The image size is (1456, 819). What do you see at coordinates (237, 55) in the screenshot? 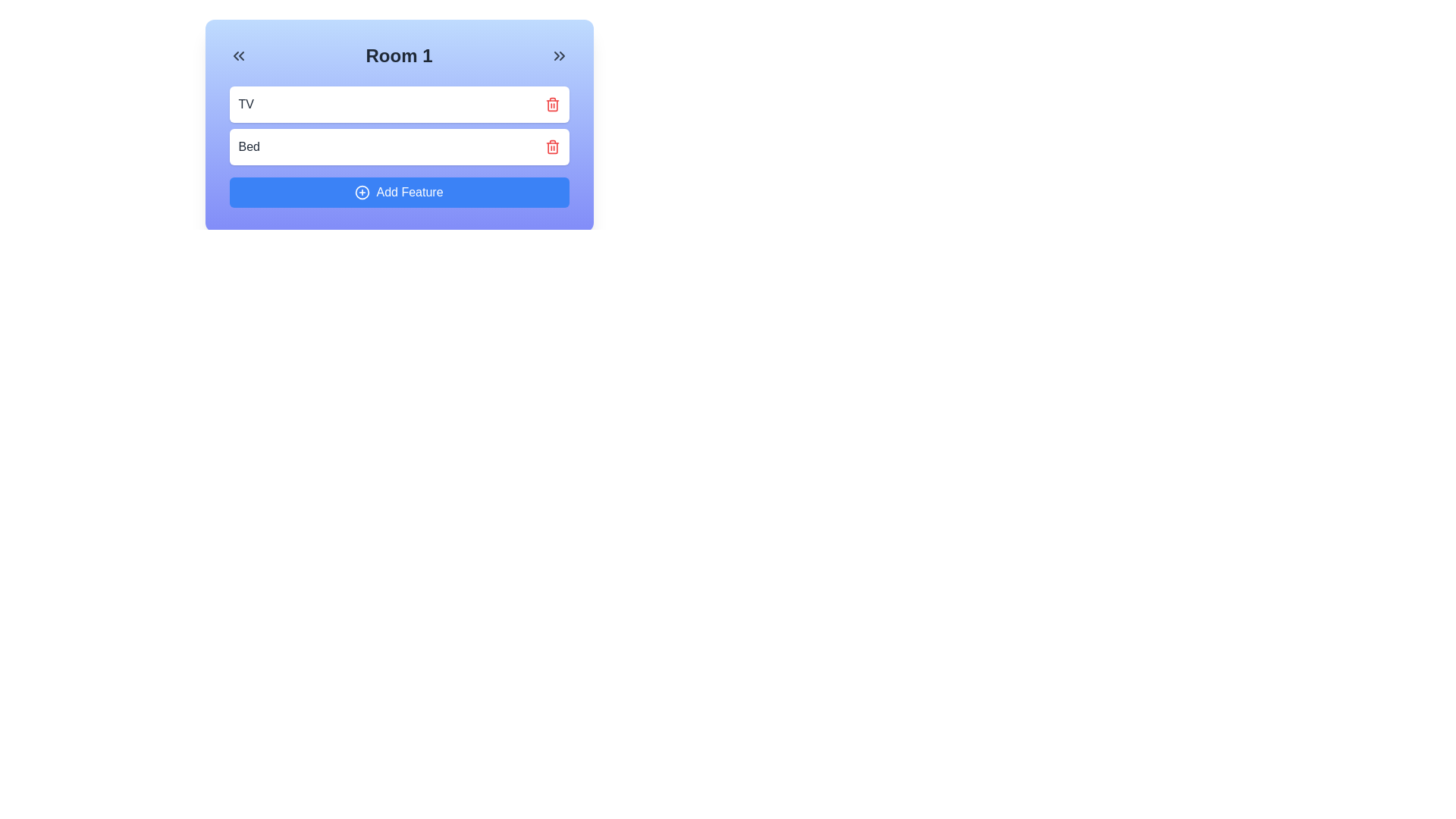
I see `the navigational icon resembling two chevrons pointing to the left, located at the top-left corner of the section labeled 'Room 1'` at bounding box center [237, 55].